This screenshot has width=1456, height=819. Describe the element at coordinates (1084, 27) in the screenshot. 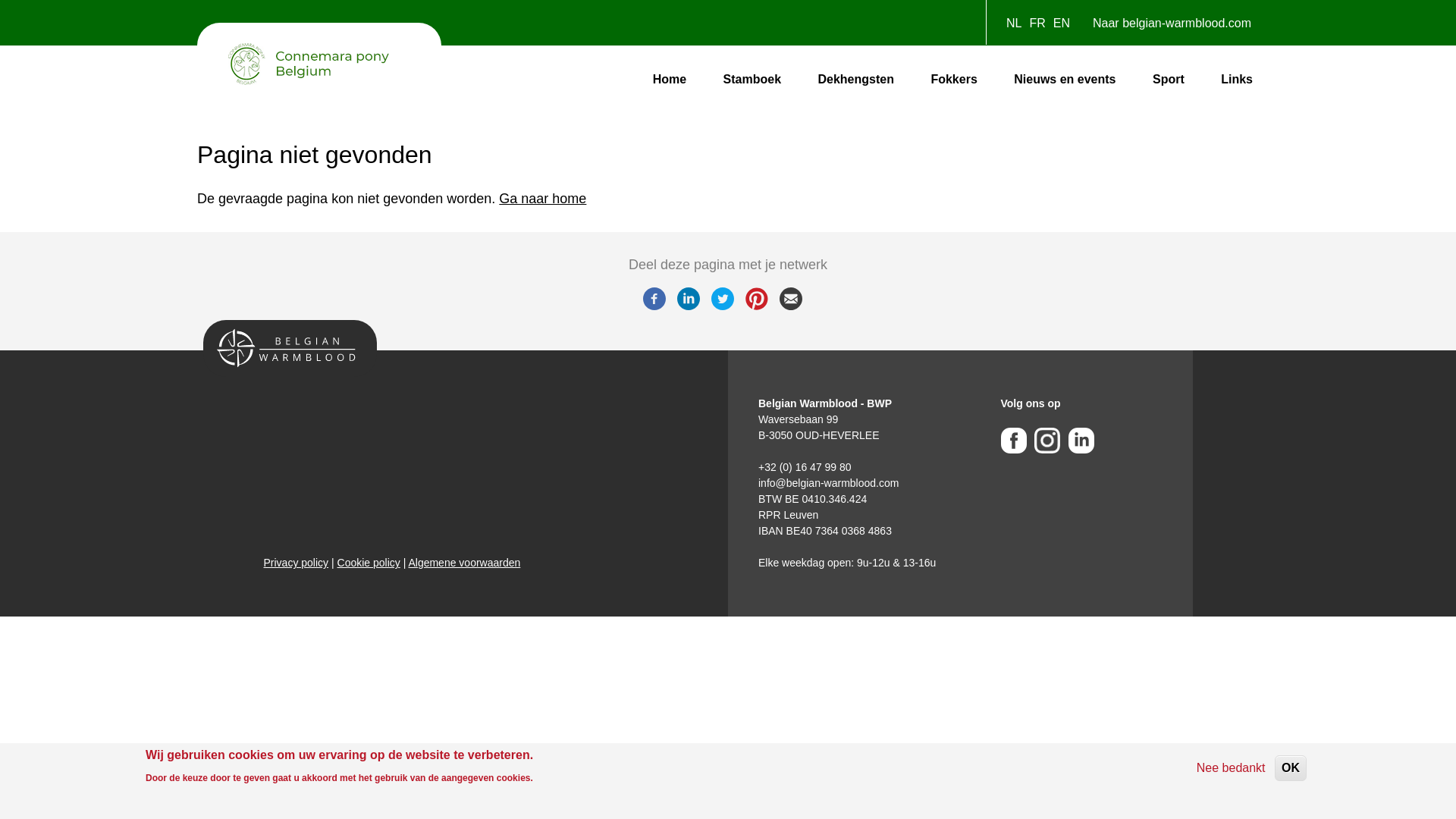

I see `'Naar belgian-warmblood.com'` at that location.